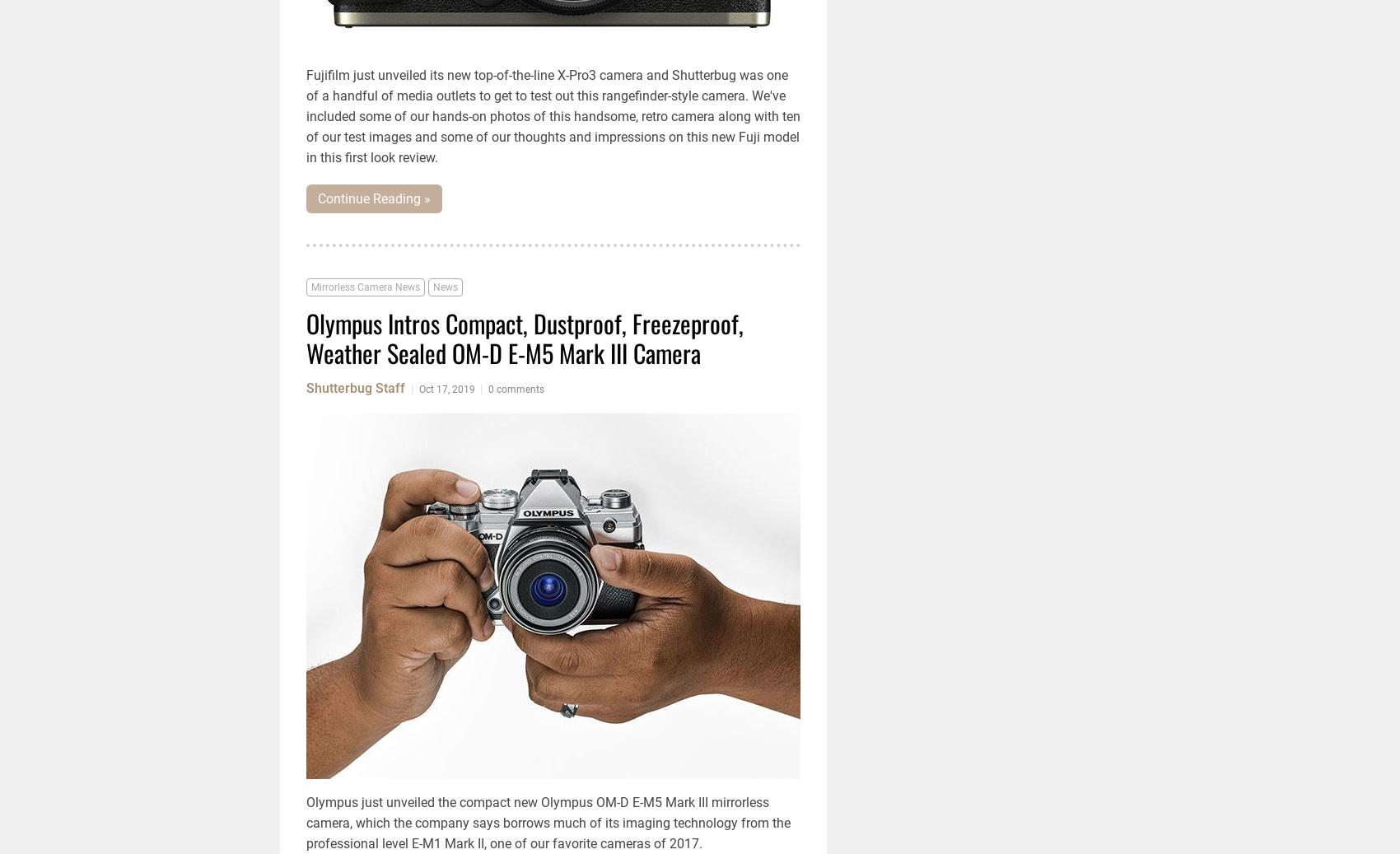 This screenshot has height=854, width=1400. Describe the element at coordinates (548, 823) in the screenshot. I see `'Olympus just unveiled the compact new Olympus OM-D E-M5 Mark III mirrorless camera, which the company says borrows much of its imaging technology from the professional level E-M1 Mark II, one of our favorite cameras of 2017.'` at that location.